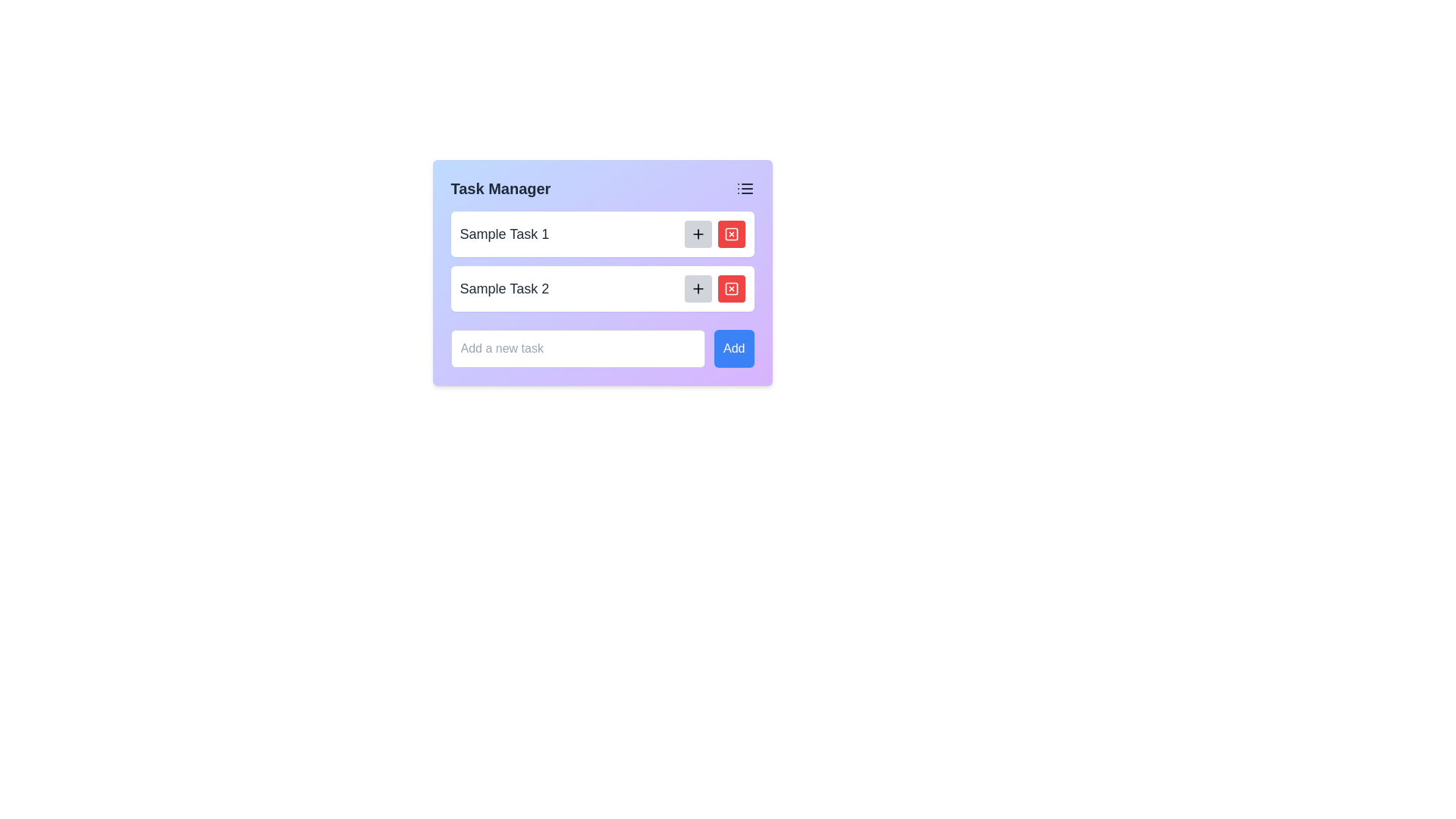  What do you see at coordinates (697, 234) in the screenshot?
I see `the plus icon within the gray rounded button, which is the first element in the list` at bounding box center [697, 234].